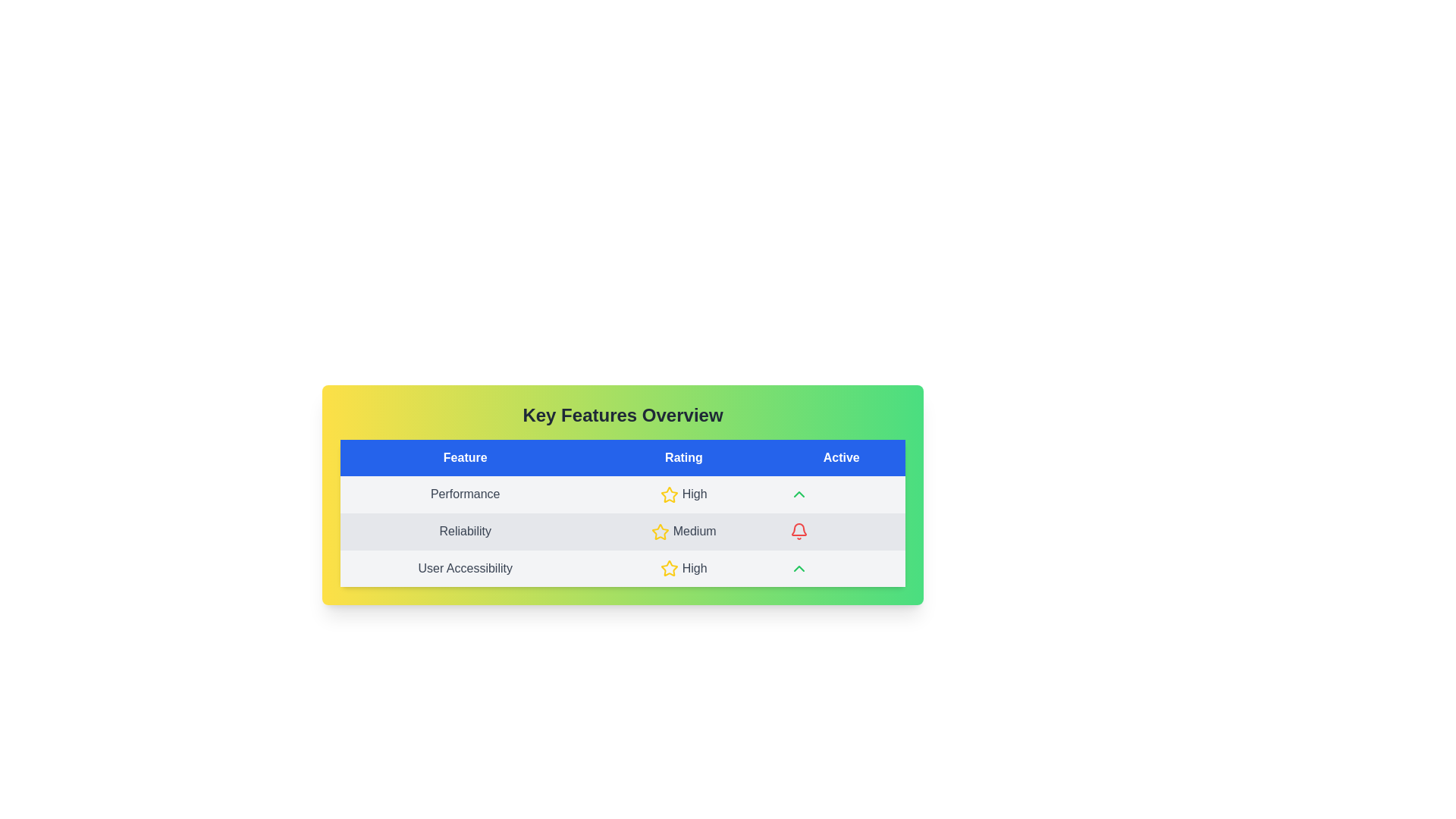  What do you see at coordinates (464, 568) in the screenshot?
I see `the label containing the text 'User Accessibility' in the third row of the table under the 'Feature' column` at bounding box center [464, 568].